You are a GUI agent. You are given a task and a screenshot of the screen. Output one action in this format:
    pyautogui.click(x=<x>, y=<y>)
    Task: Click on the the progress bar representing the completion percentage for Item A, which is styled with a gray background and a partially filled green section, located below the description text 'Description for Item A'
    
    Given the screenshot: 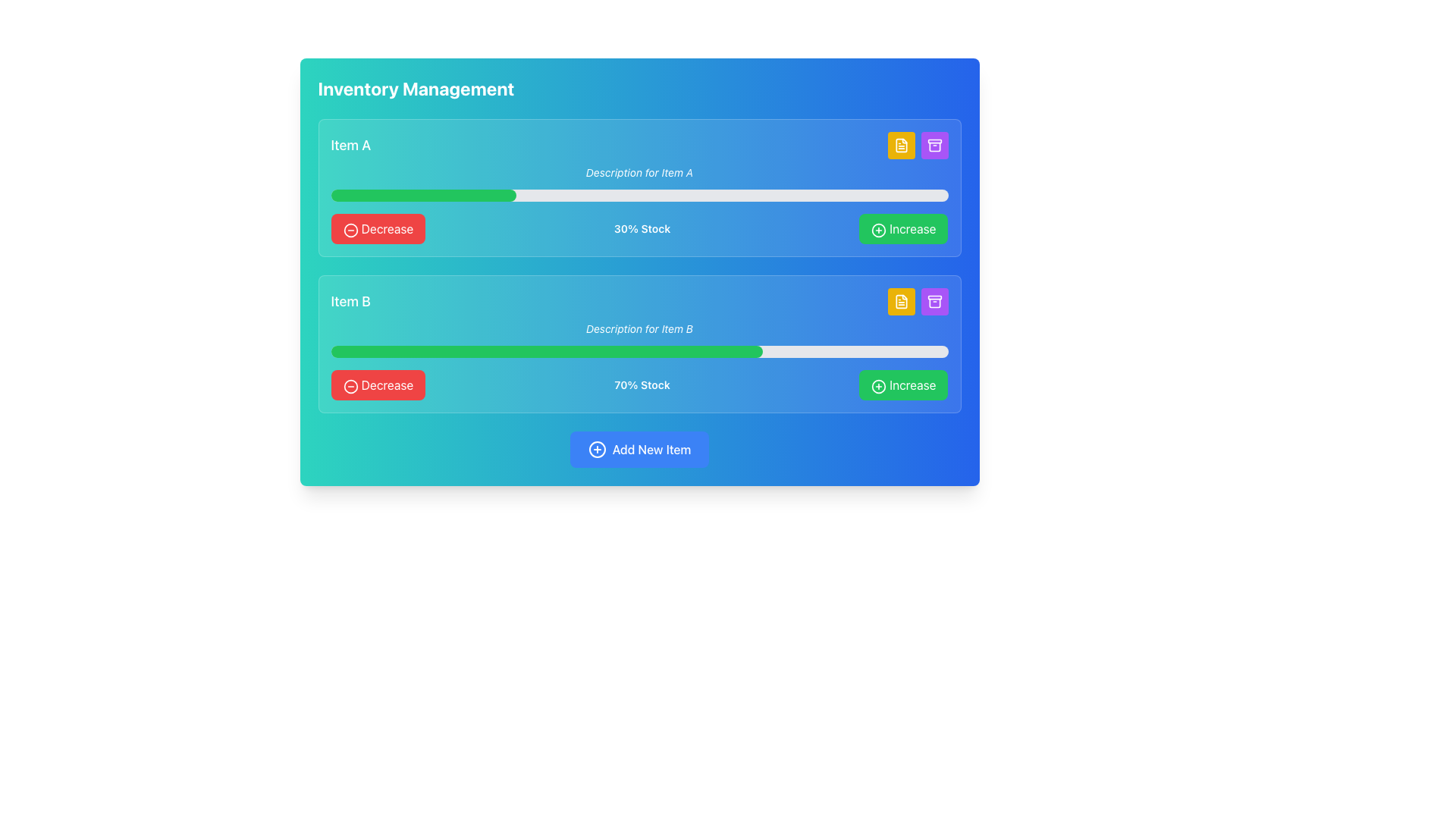 What is the action you would take?
    pyautogui.click(x=639, y=195)
    